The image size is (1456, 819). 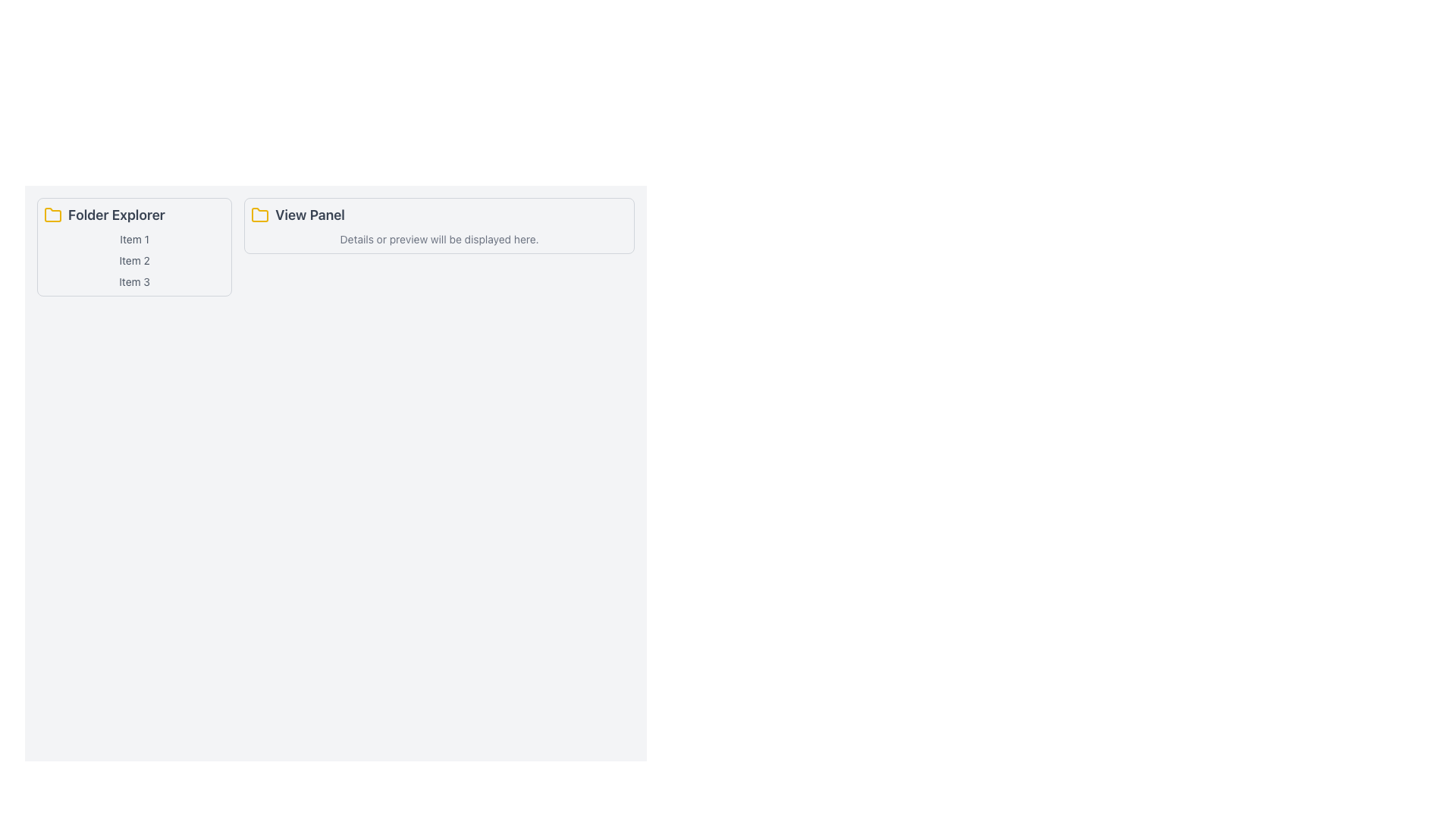 What do you see at coordinates (309, 215) in the screenshot?
I see `text label 'View Panel' which is styled in a larger bold font and is dark gray in color, positioned next to a yellow folder icon` at bounding box center [309, 215].